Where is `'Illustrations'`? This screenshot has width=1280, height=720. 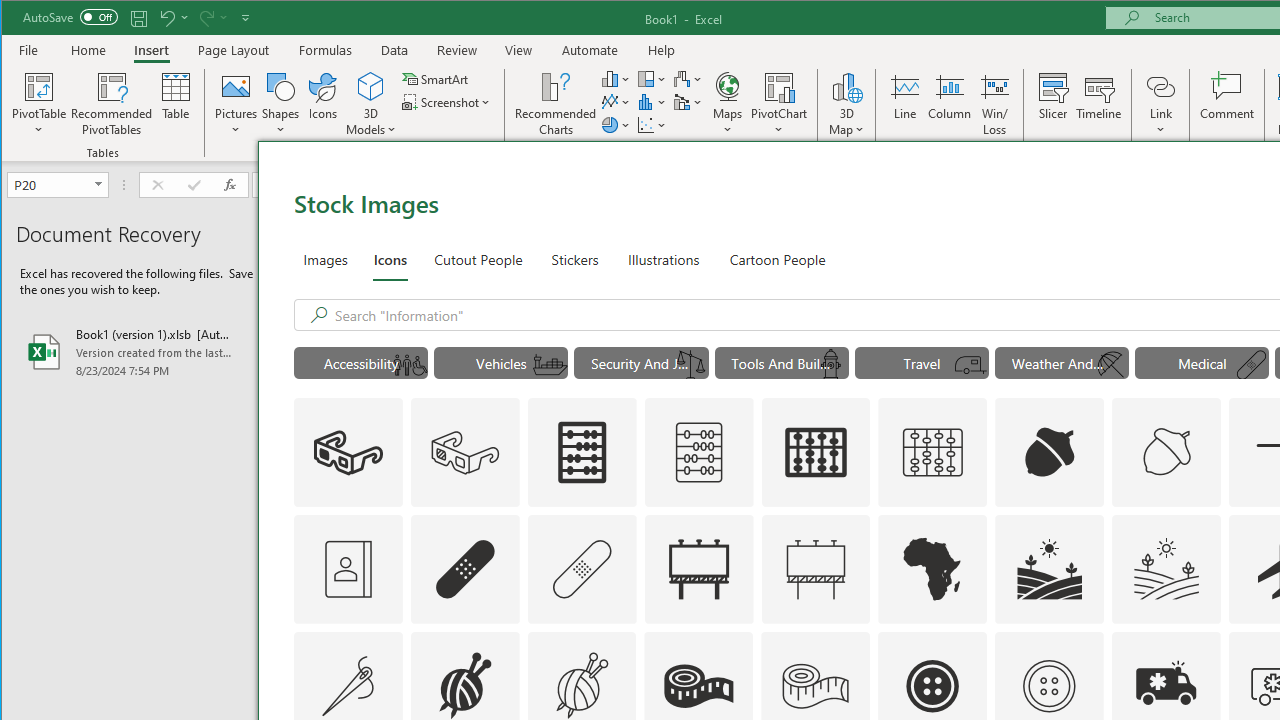
'Illustrations' is located at coordinates (663, 257).